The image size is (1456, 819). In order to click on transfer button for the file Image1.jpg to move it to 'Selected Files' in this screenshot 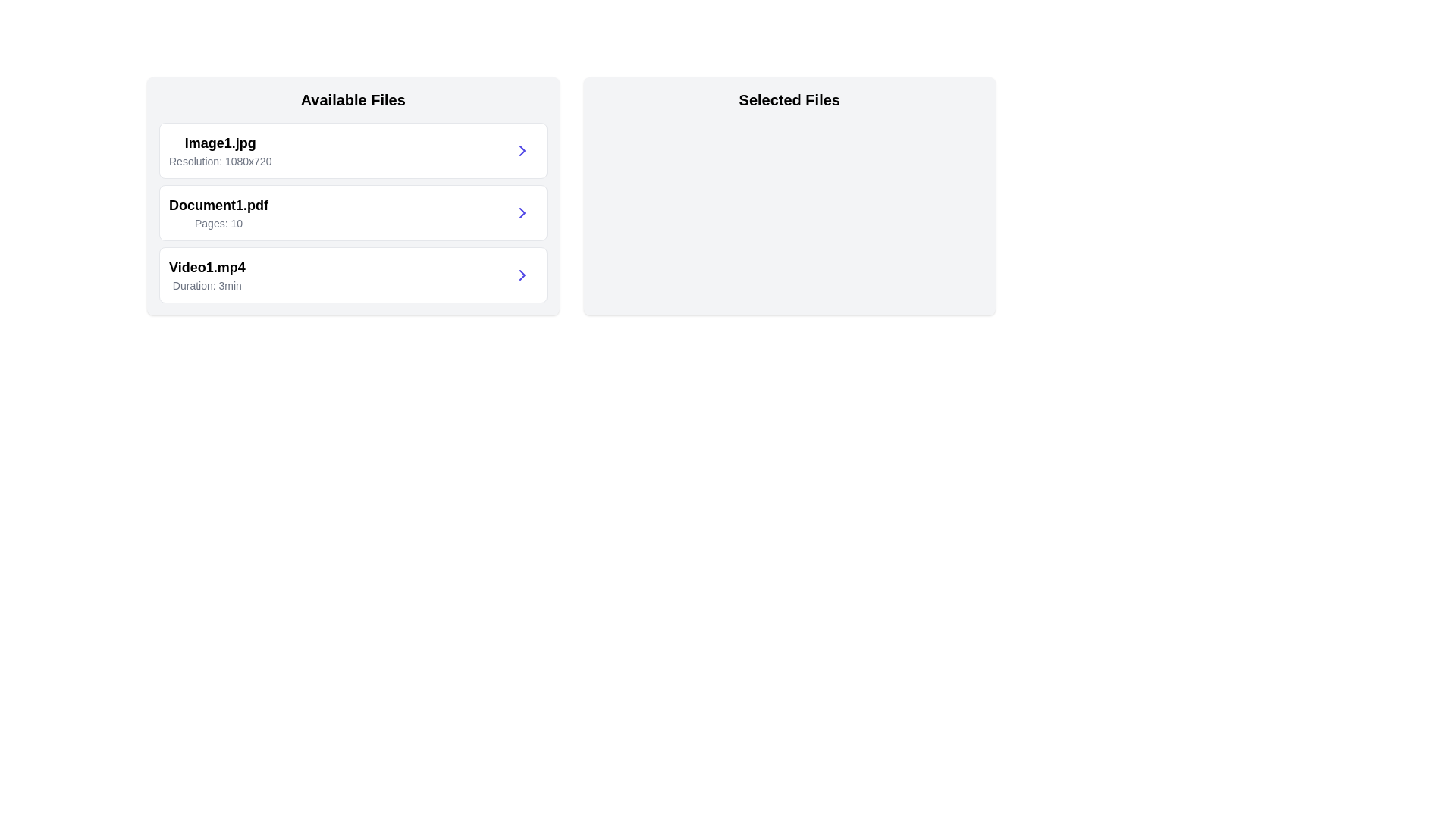, I will do `click(522, 151)`.